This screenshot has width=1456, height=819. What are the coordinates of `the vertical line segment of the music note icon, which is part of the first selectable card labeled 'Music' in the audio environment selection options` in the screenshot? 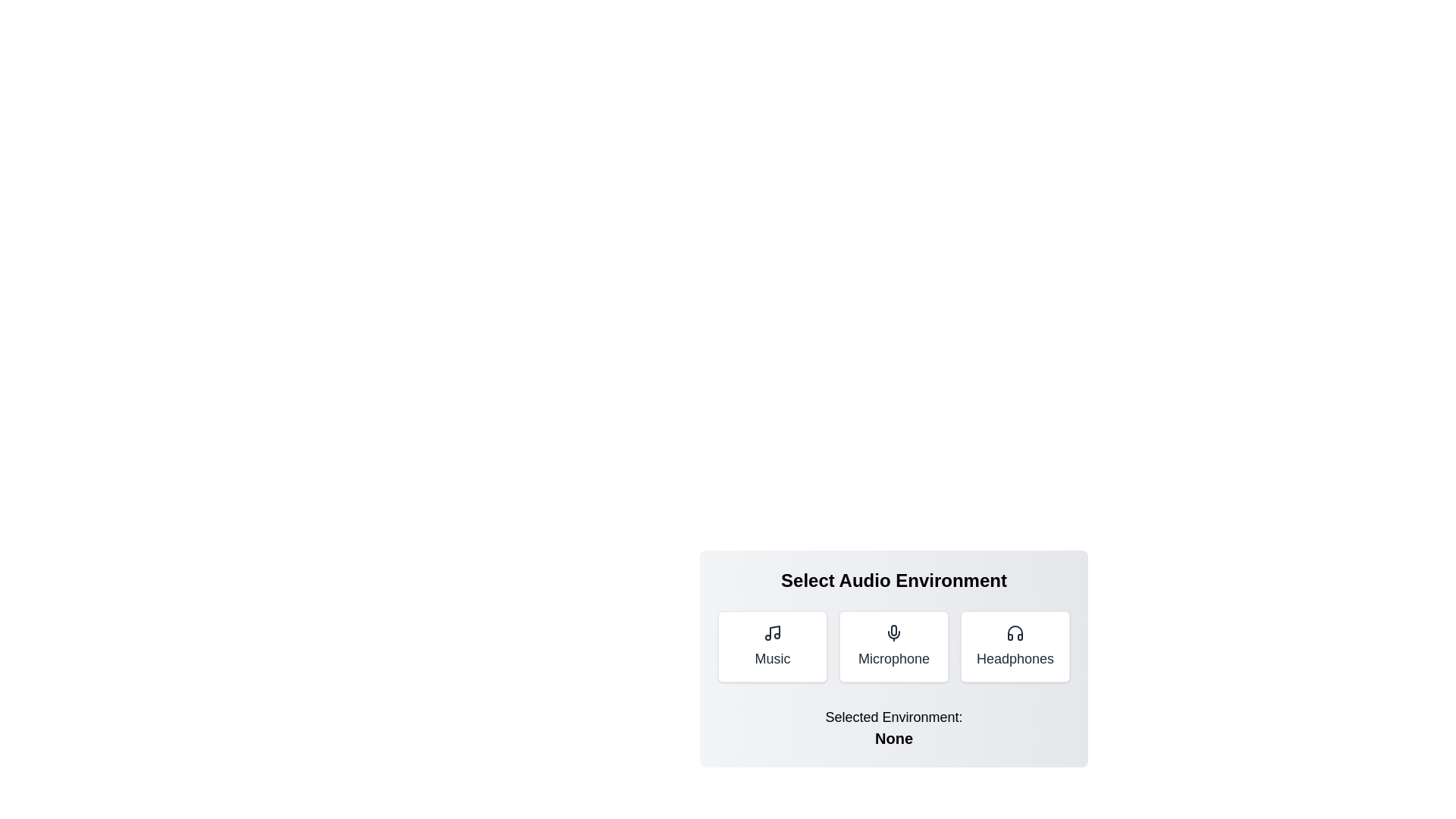 It's located at (775, 632).